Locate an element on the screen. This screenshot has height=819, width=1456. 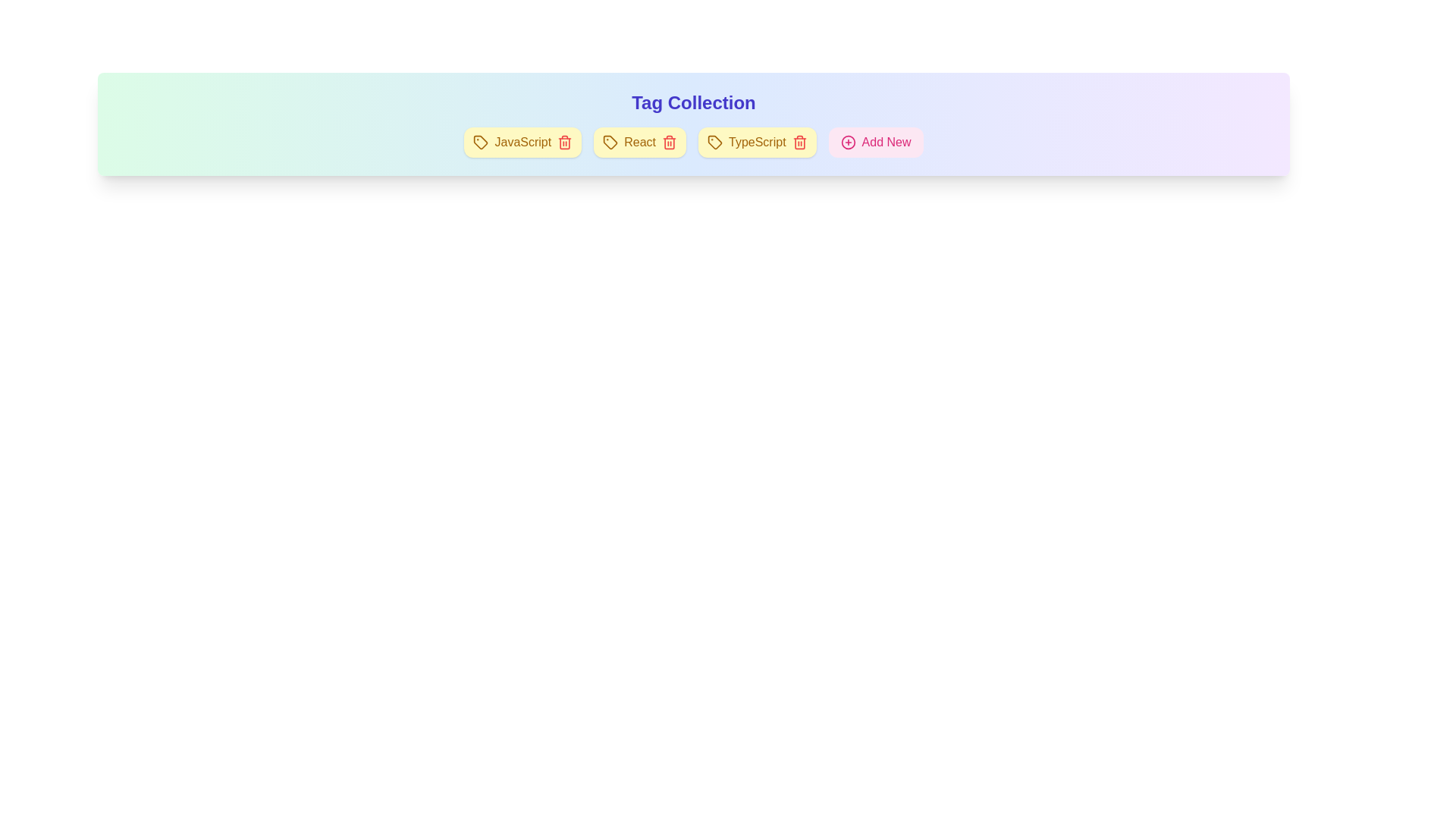
the second tag labeled 'React' in the 'Tag Collection' bar, which has a rounded yellow background and yellow text is located at coordinates (640, 143).